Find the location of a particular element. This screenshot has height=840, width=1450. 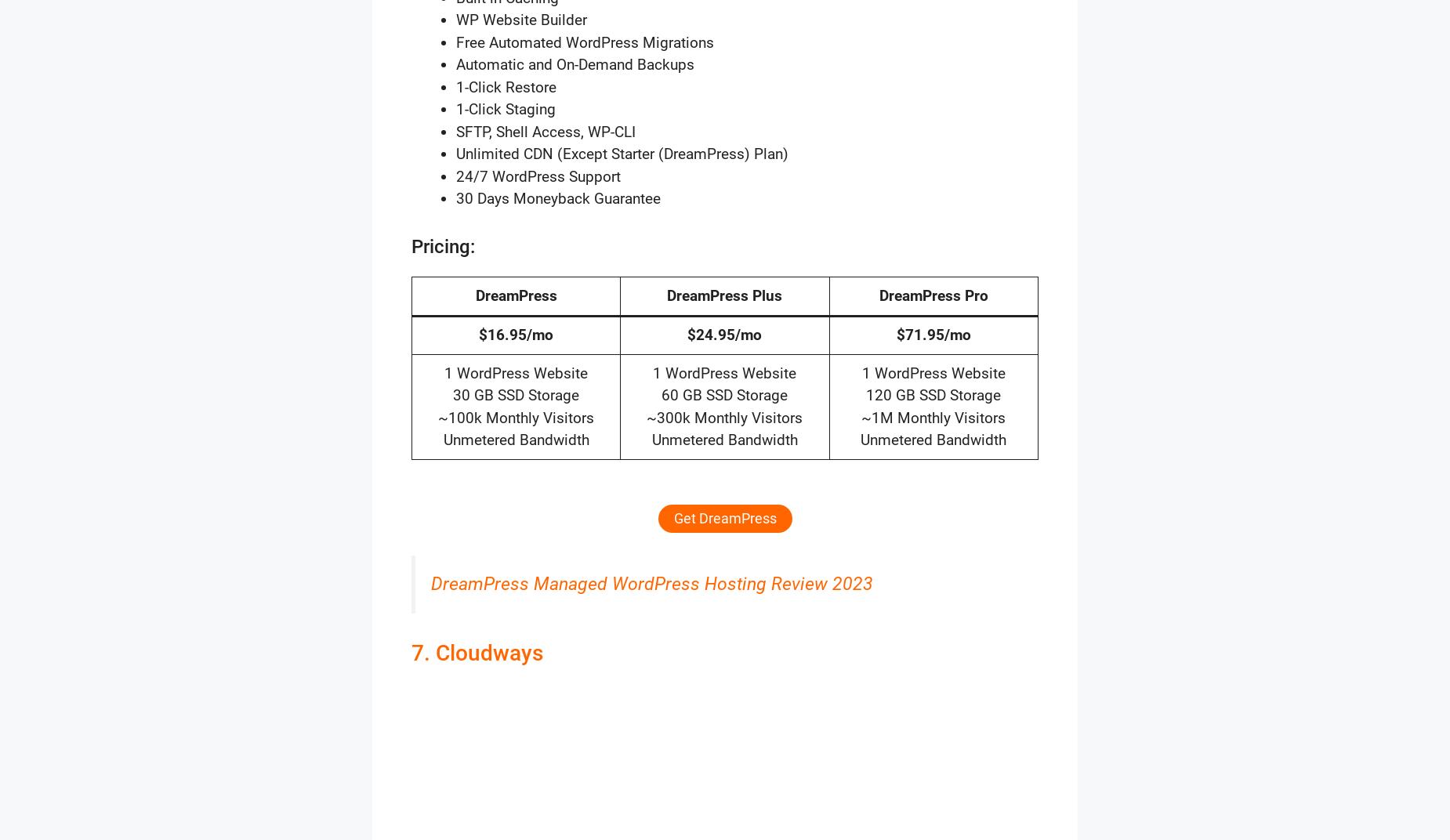

'~100k Monthly Visitors' is located at coordinates (438, 417).